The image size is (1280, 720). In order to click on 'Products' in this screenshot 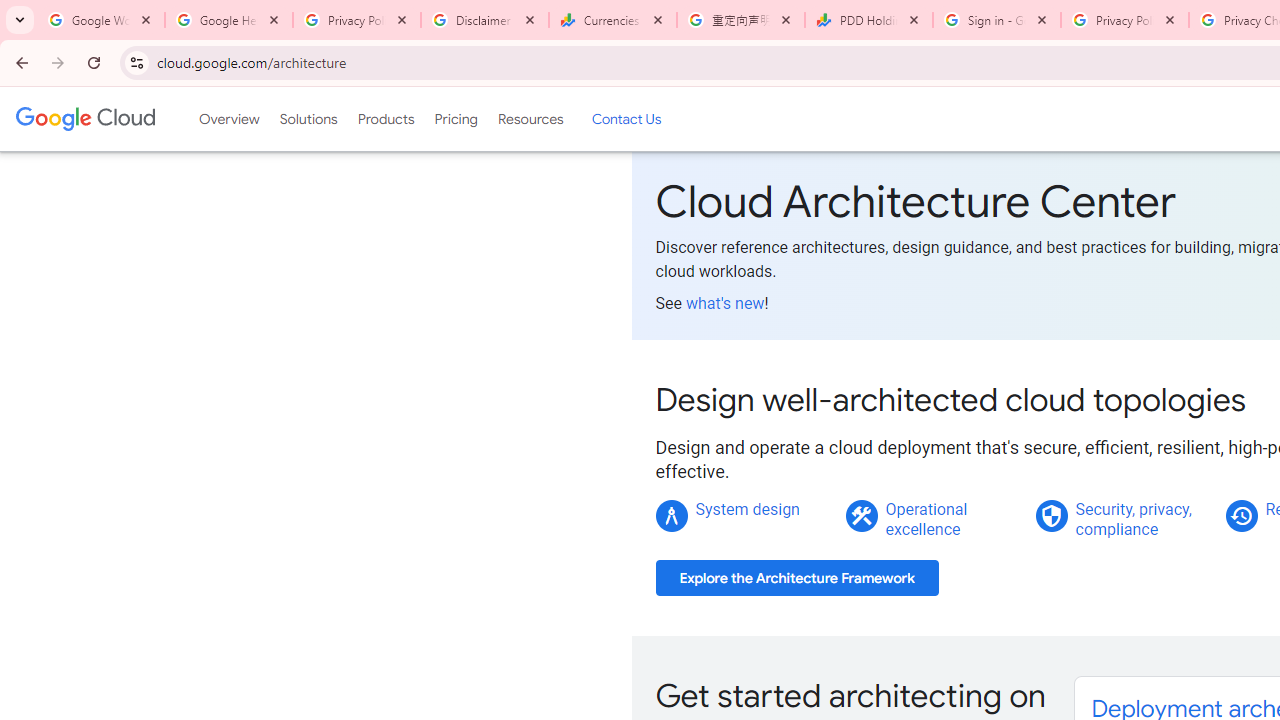, I will do `click(385, 119)`.